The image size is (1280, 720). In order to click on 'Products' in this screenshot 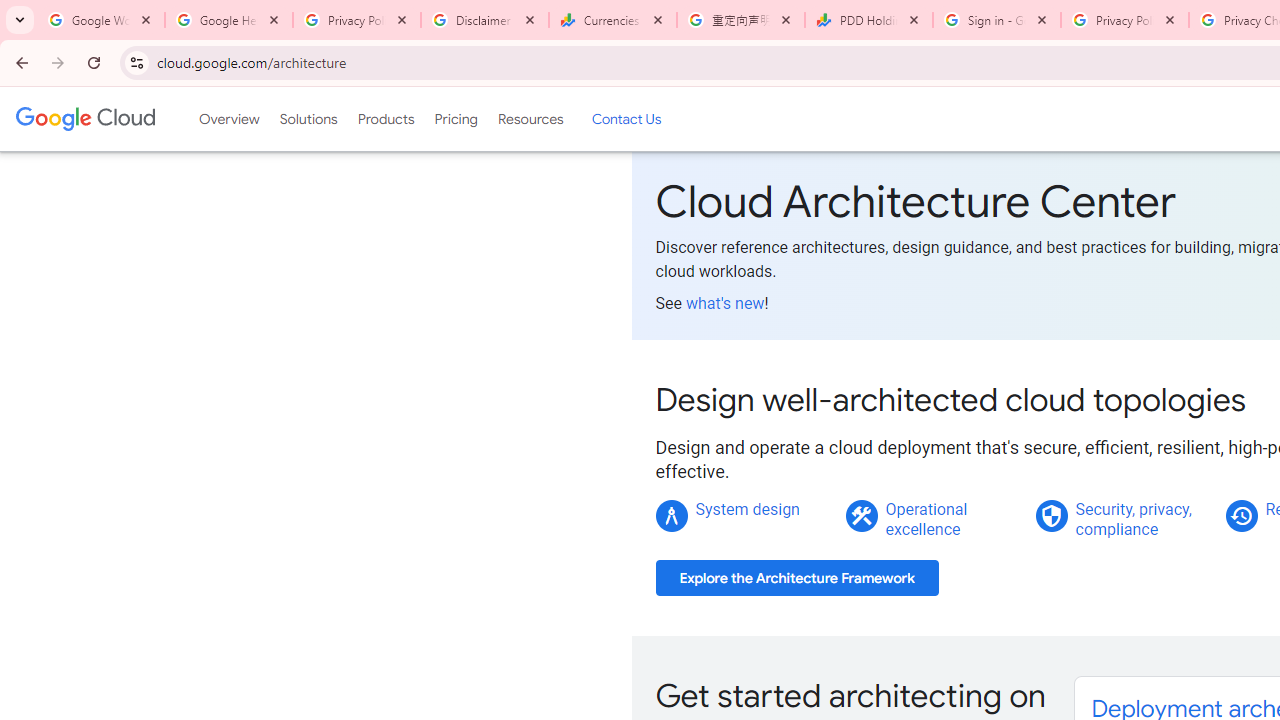, I will do `click(385, 119)`.